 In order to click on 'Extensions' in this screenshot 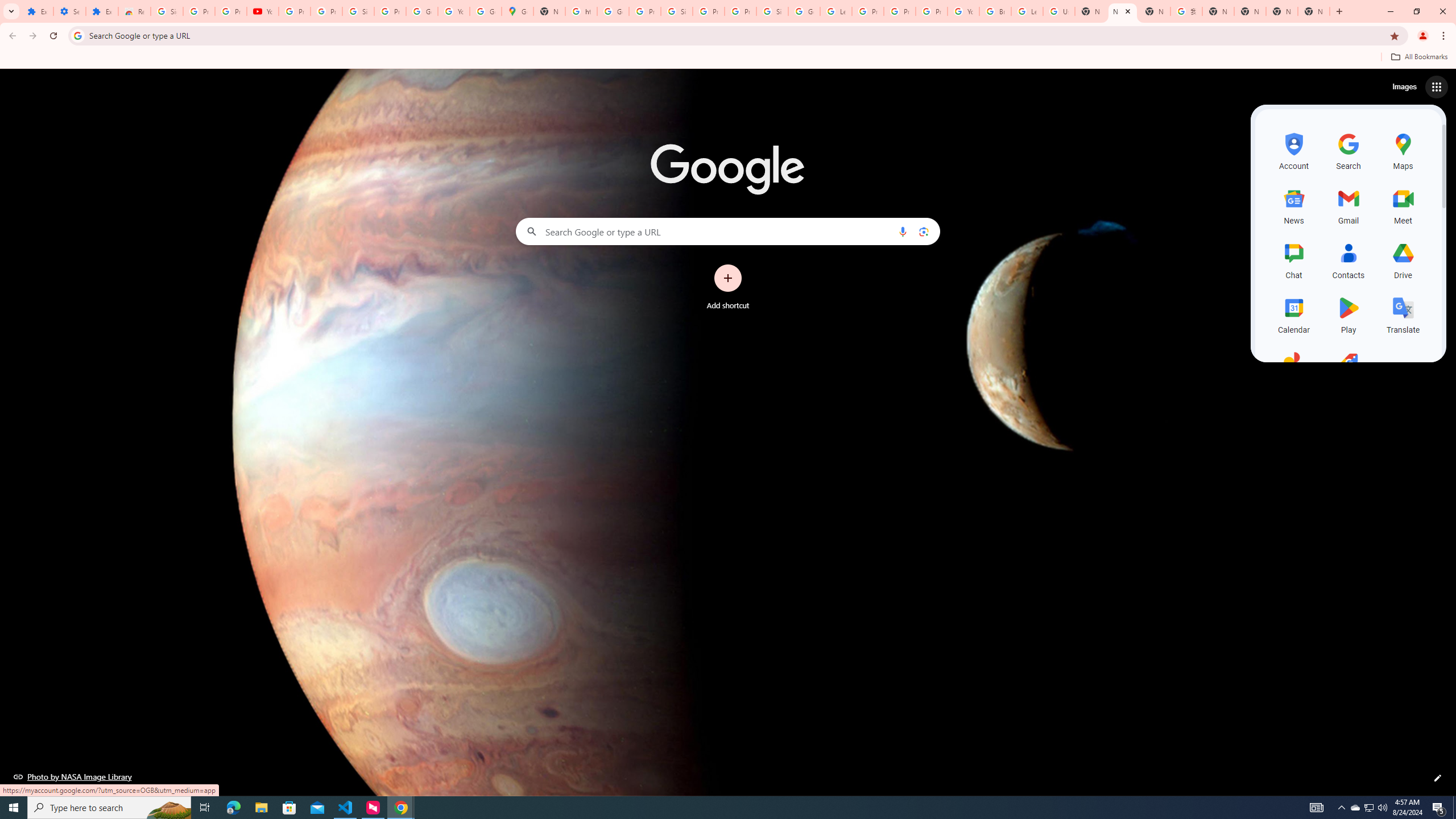, I will do `click(37, 11)`.